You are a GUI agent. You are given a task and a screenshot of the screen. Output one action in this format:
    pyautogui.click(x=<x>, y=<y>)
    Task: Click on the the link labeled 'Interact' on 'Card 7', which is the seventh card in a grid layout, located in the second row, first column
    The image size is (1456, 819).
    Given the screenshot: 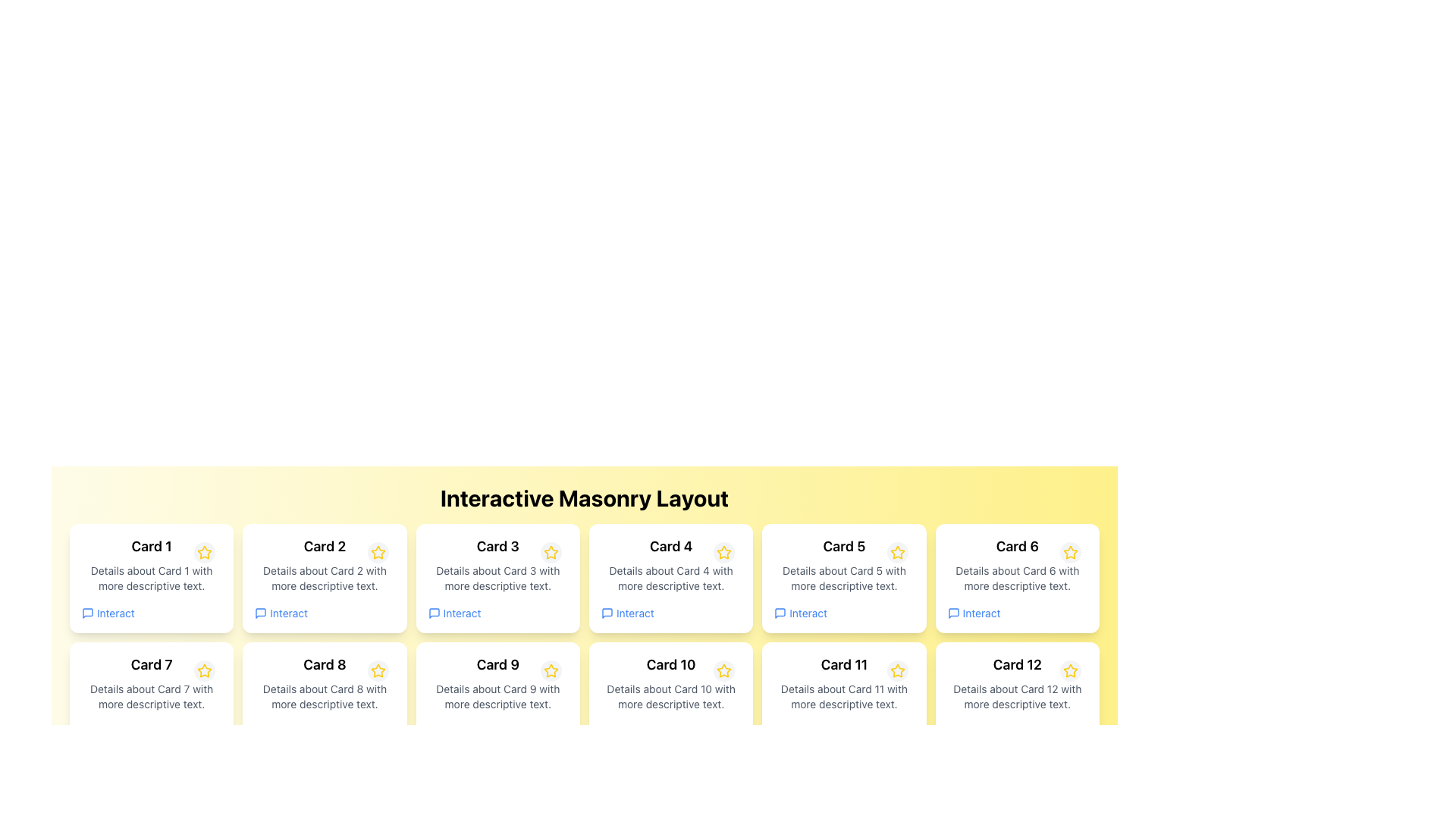 What is the action you would take?
    pyautogui.click(x=152, y=696)
    